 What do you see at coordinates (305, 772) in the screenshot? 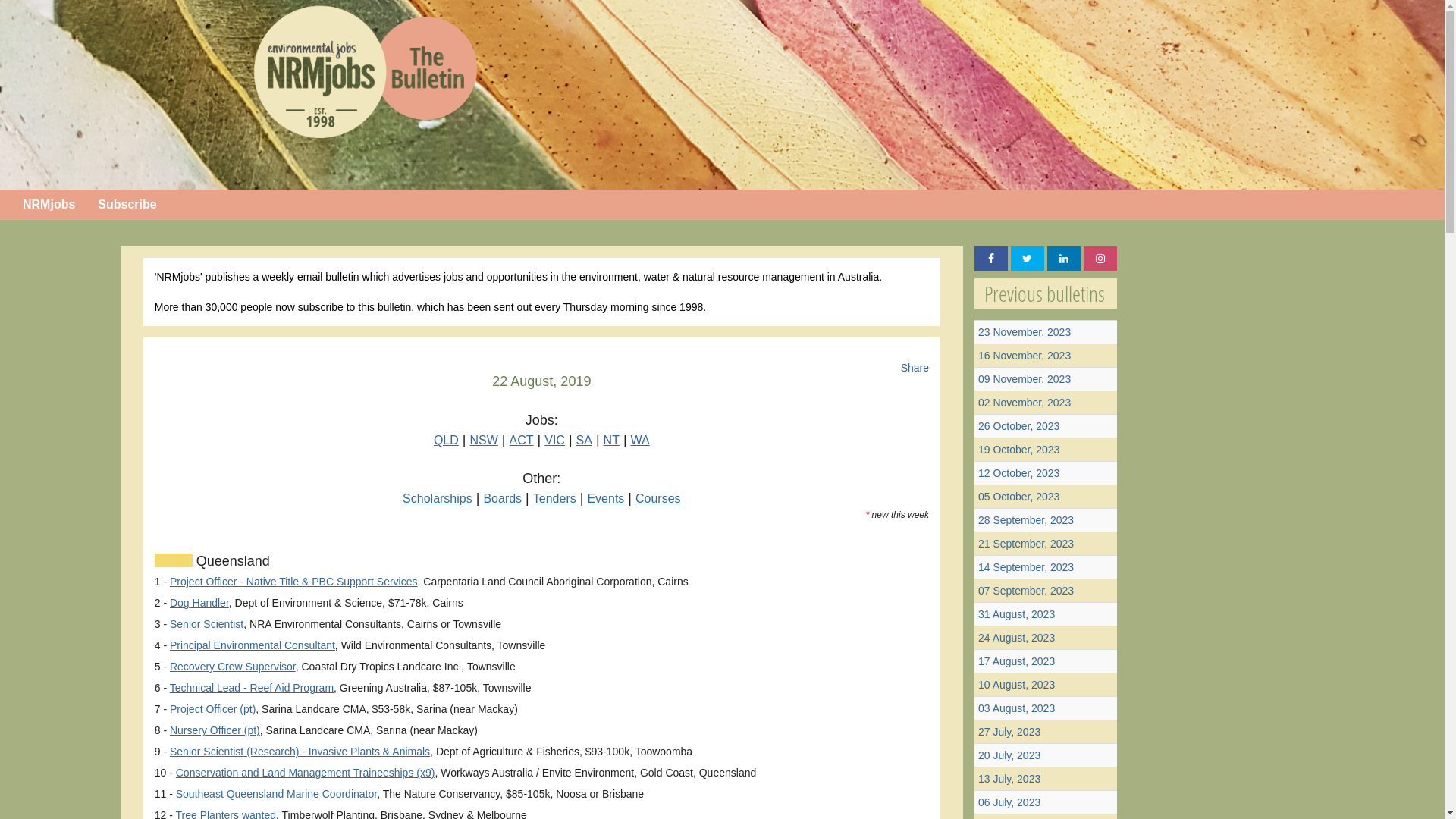
I see `'Conservation and Land Management Traineeships (x9)'` at bounding box center [305, 772].